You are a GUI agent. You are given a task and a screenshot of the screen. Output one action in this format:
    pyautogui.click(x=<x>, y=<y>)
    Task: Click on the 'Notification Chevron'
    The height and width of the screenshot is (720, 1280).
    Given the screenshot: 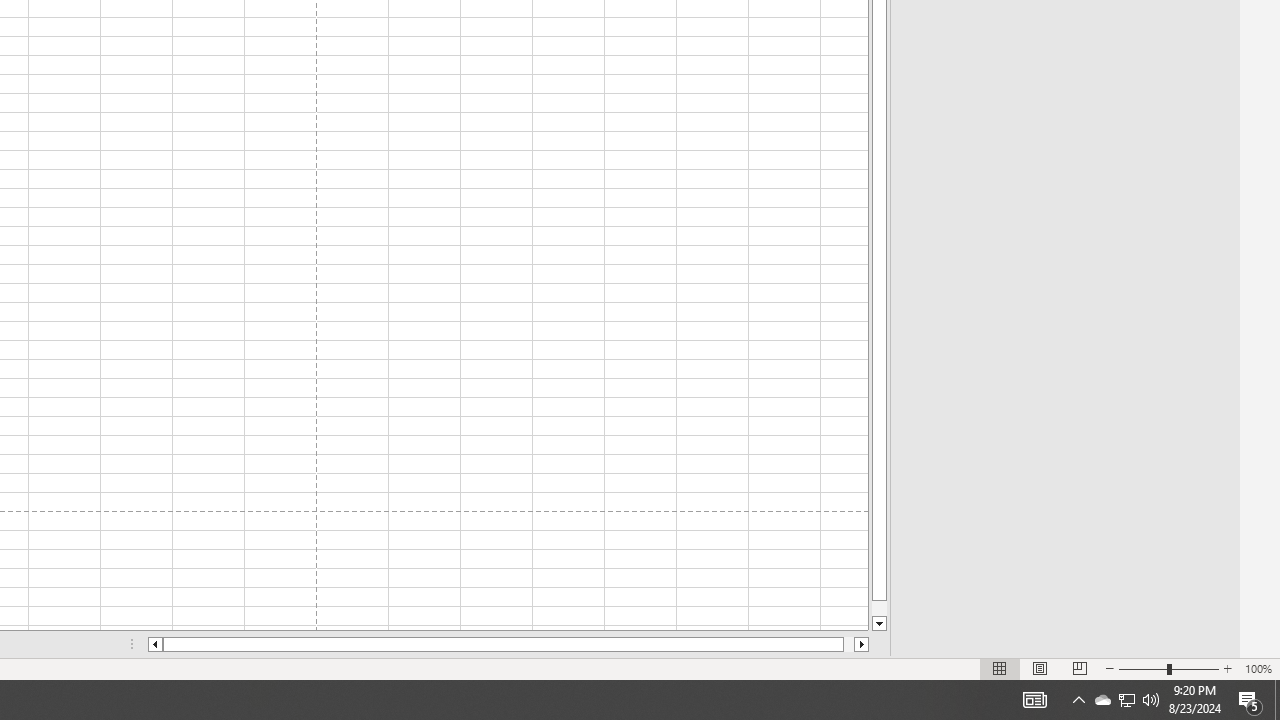 What is the action you would take?
    pyautogui.click(x=1078, y=698)
    